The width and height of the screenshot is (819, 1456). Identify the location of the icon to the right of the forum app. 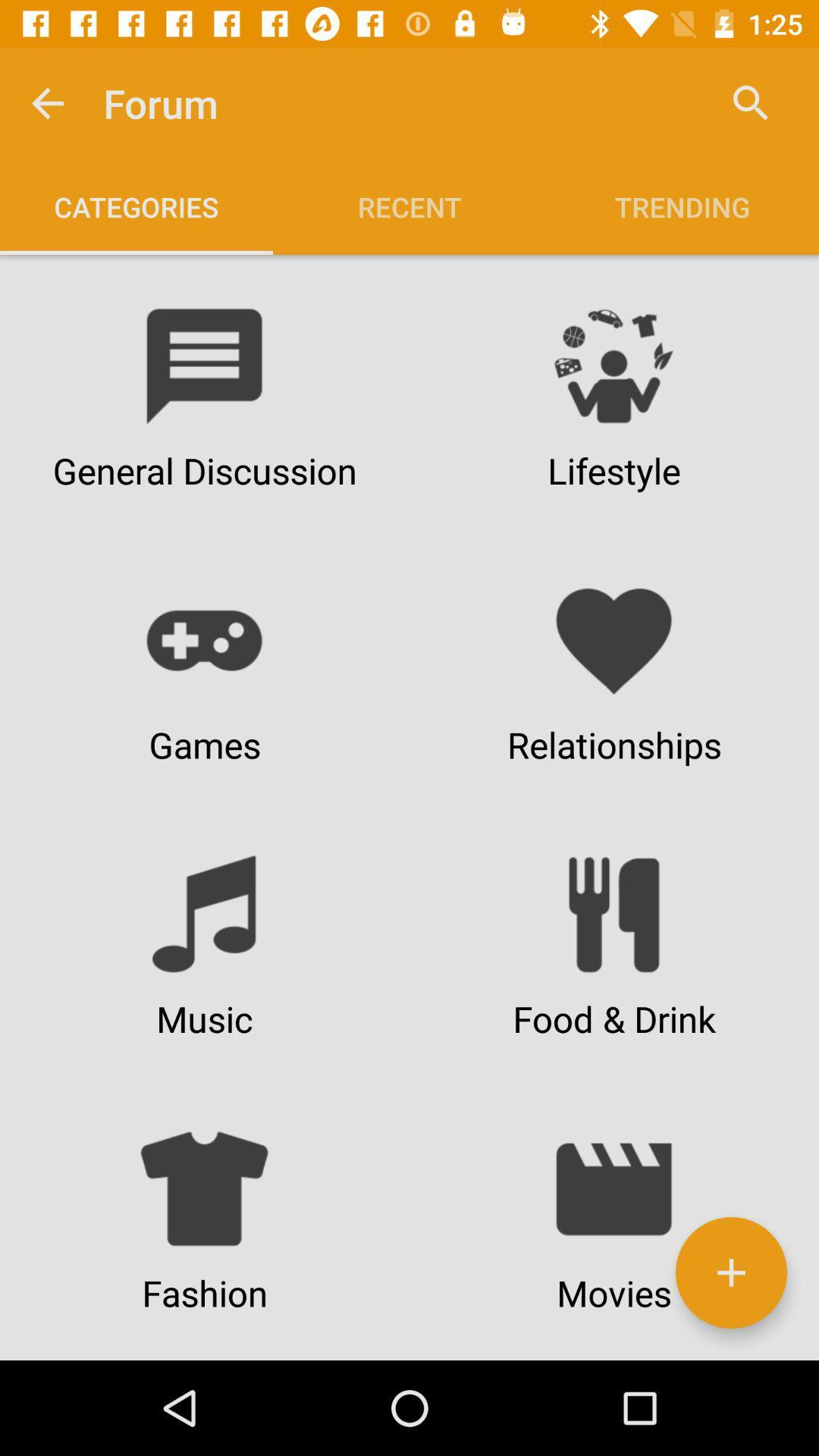
(751, 102).